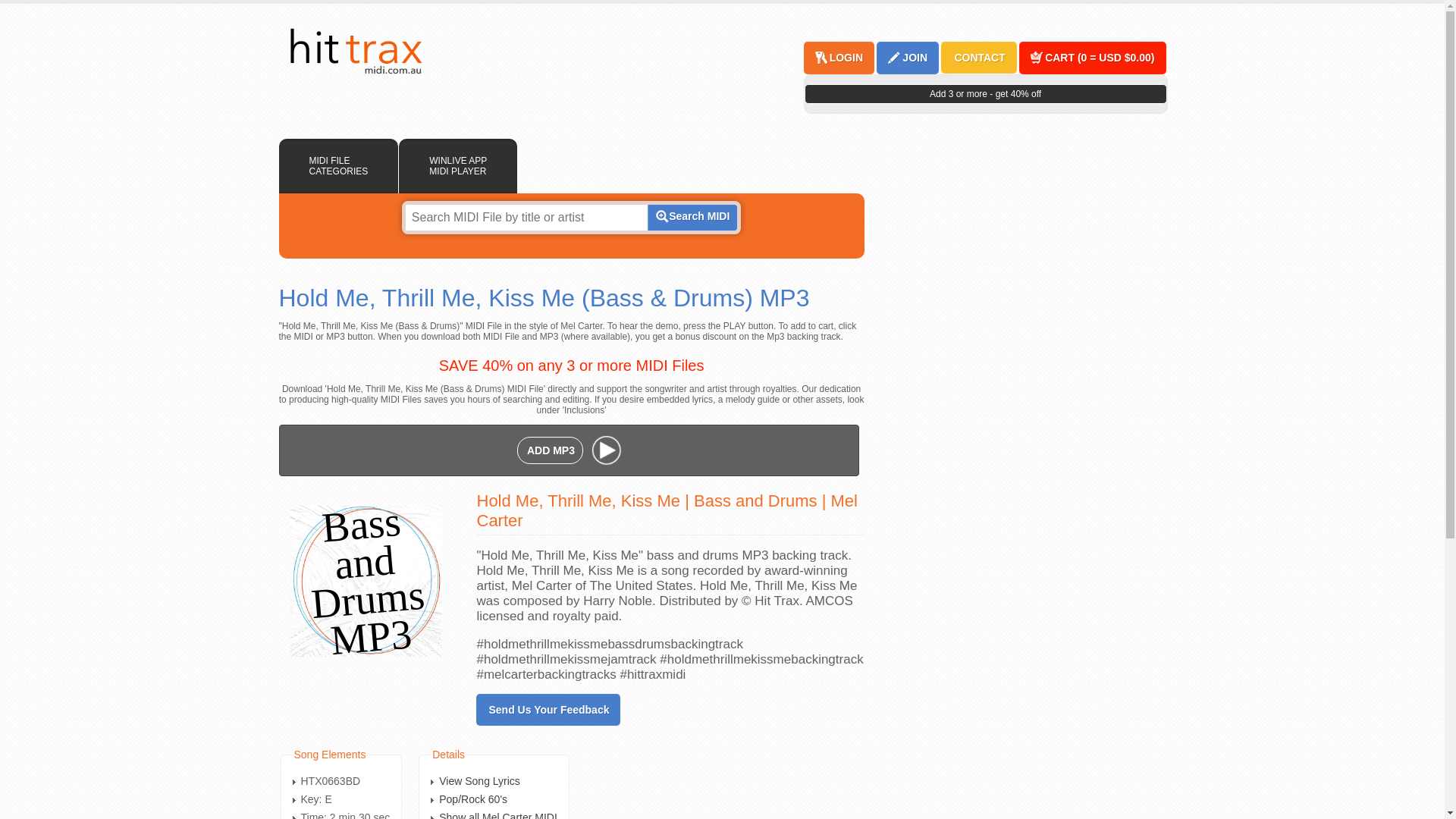 This screenshot has height=819, width=1456. What do you see at coordinates (691, 217) in the screenshot?
I see `'Search MIDI'` at bounding box center [691, 217].